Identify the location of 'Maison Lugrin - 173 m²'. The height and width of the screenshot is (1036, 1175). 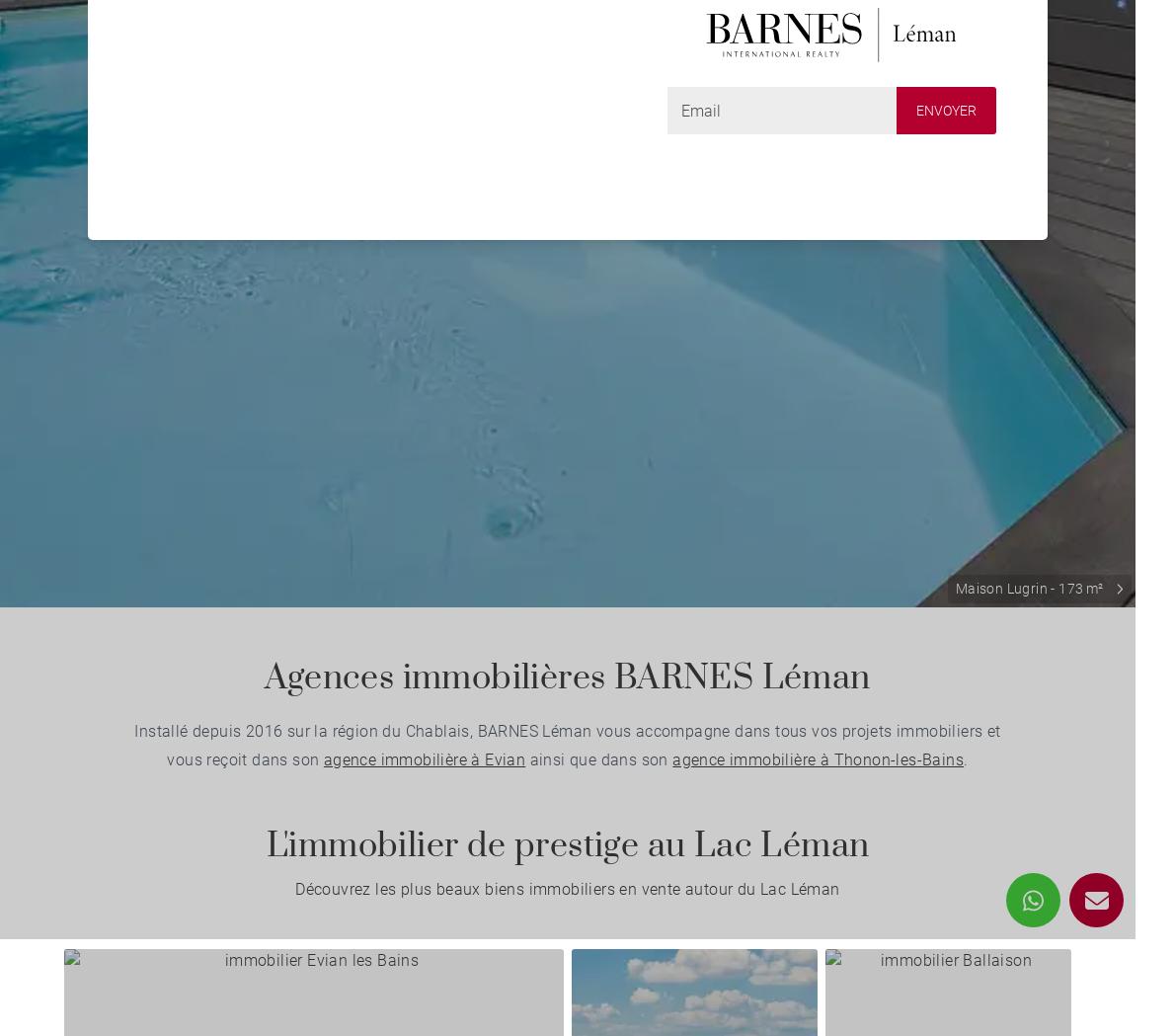
(1027, 588).